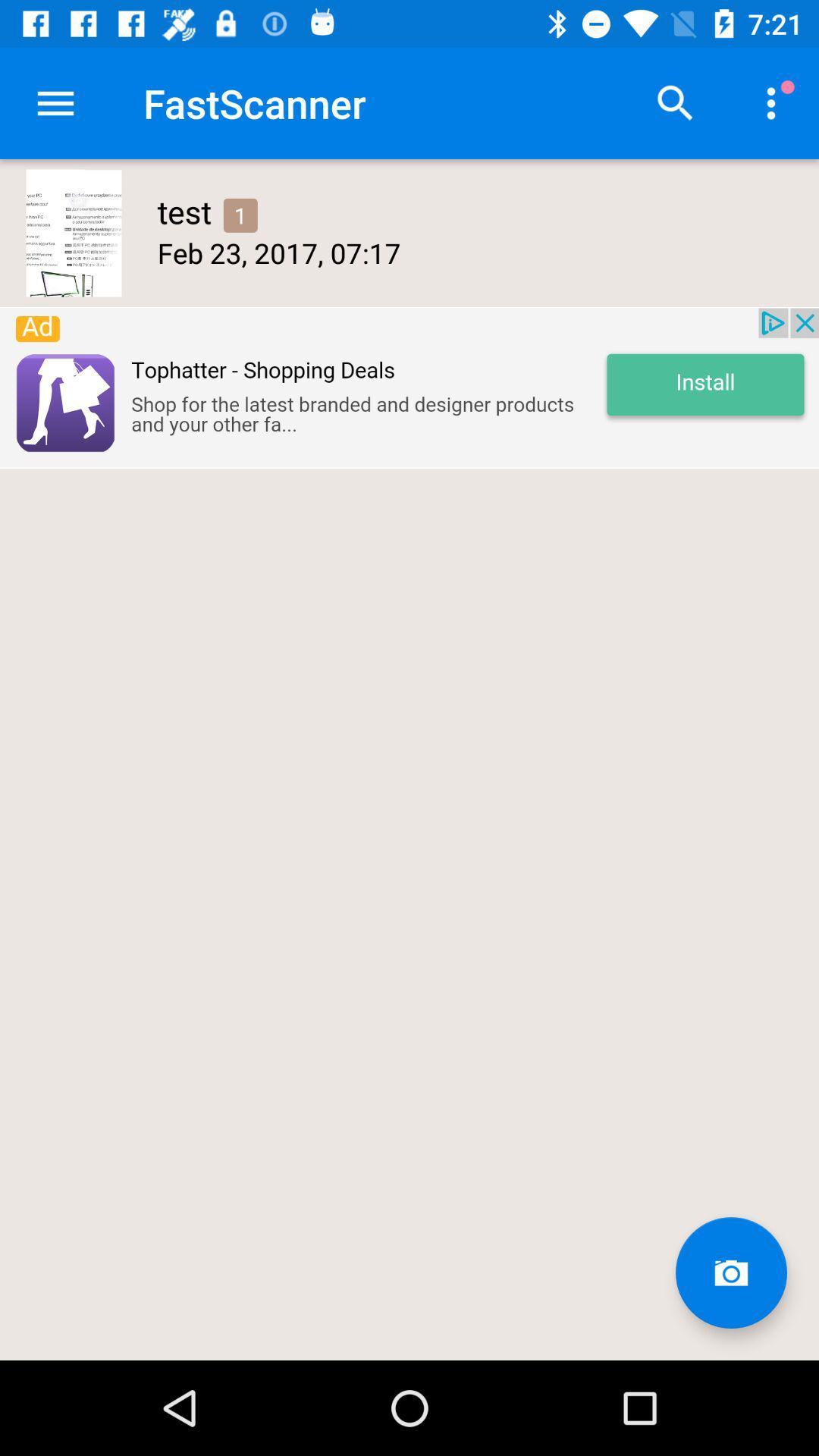 The image size is (819, 1456). Describe the element at coordinates (730, 1272) in the screenshot. I see `the photo icon` at that location.